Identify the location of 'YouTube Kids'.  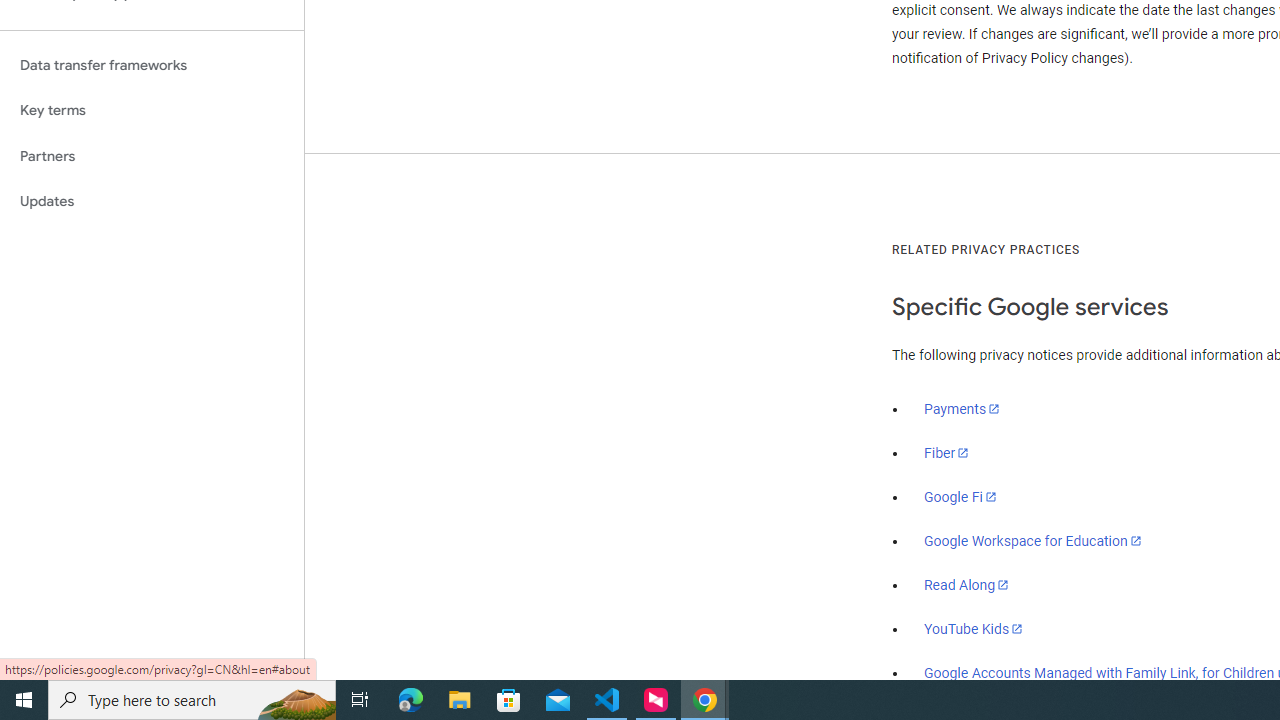
(974, 627).